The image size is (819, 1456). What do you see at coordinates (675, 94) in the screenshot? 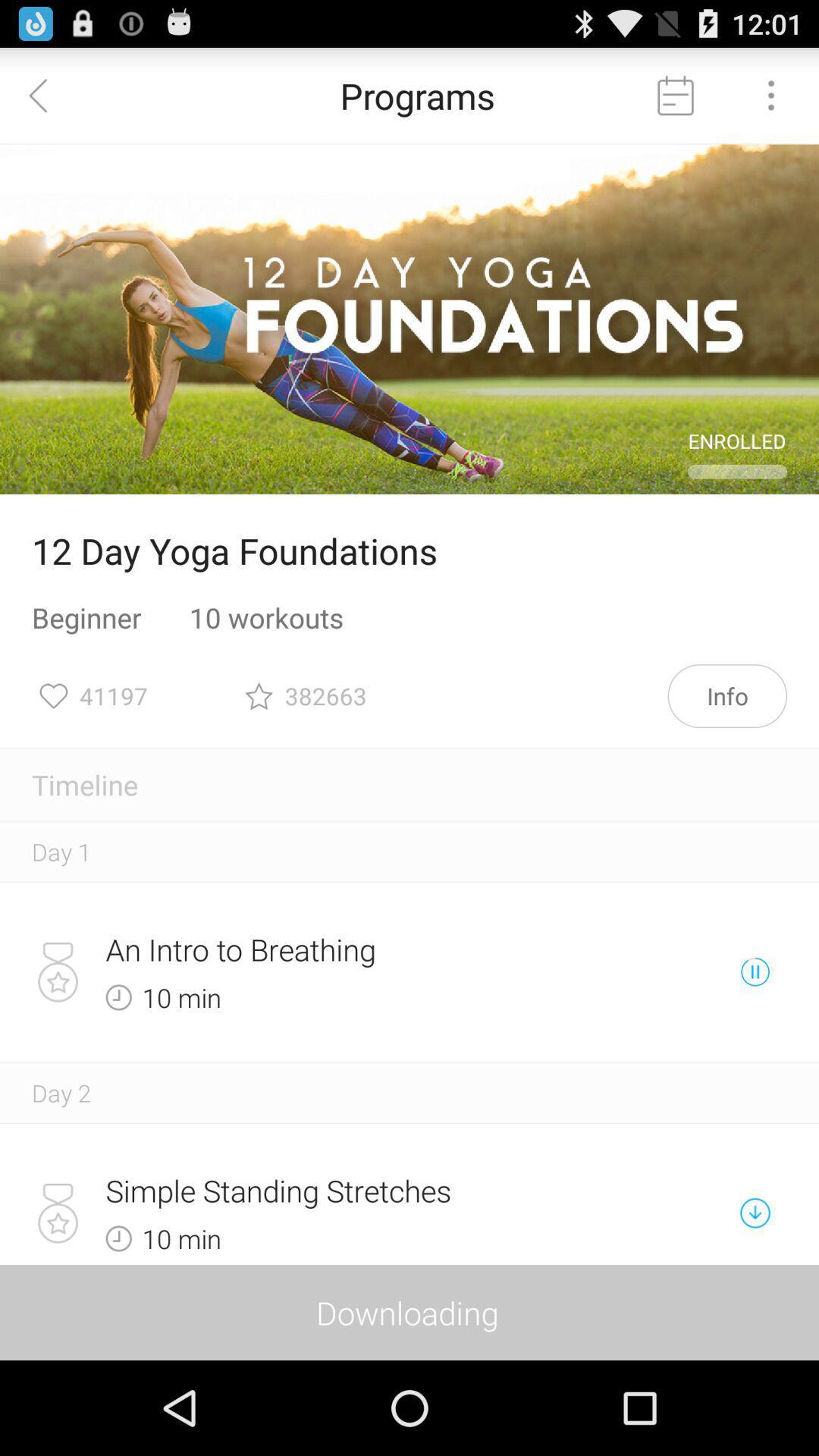
I see `calender` at bounding box center [675, 94].